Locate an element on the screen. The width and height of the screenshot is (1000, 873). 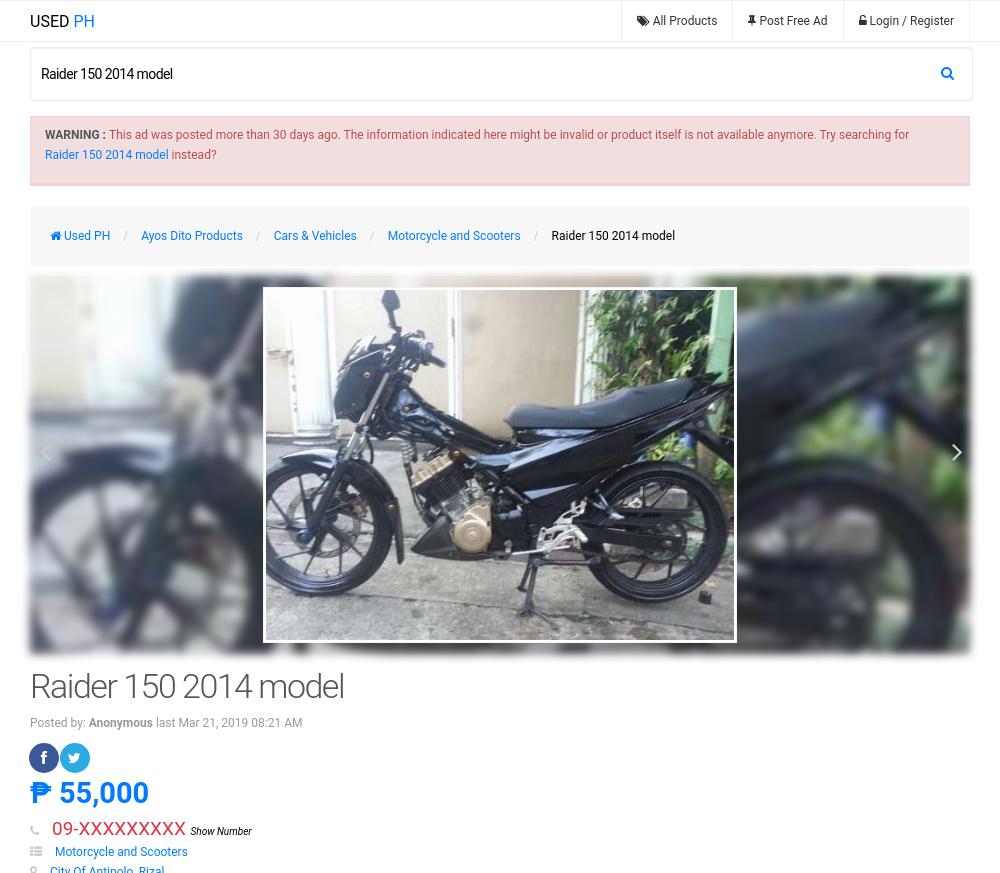
'WARNING :' is located at coordinates (45, 134).